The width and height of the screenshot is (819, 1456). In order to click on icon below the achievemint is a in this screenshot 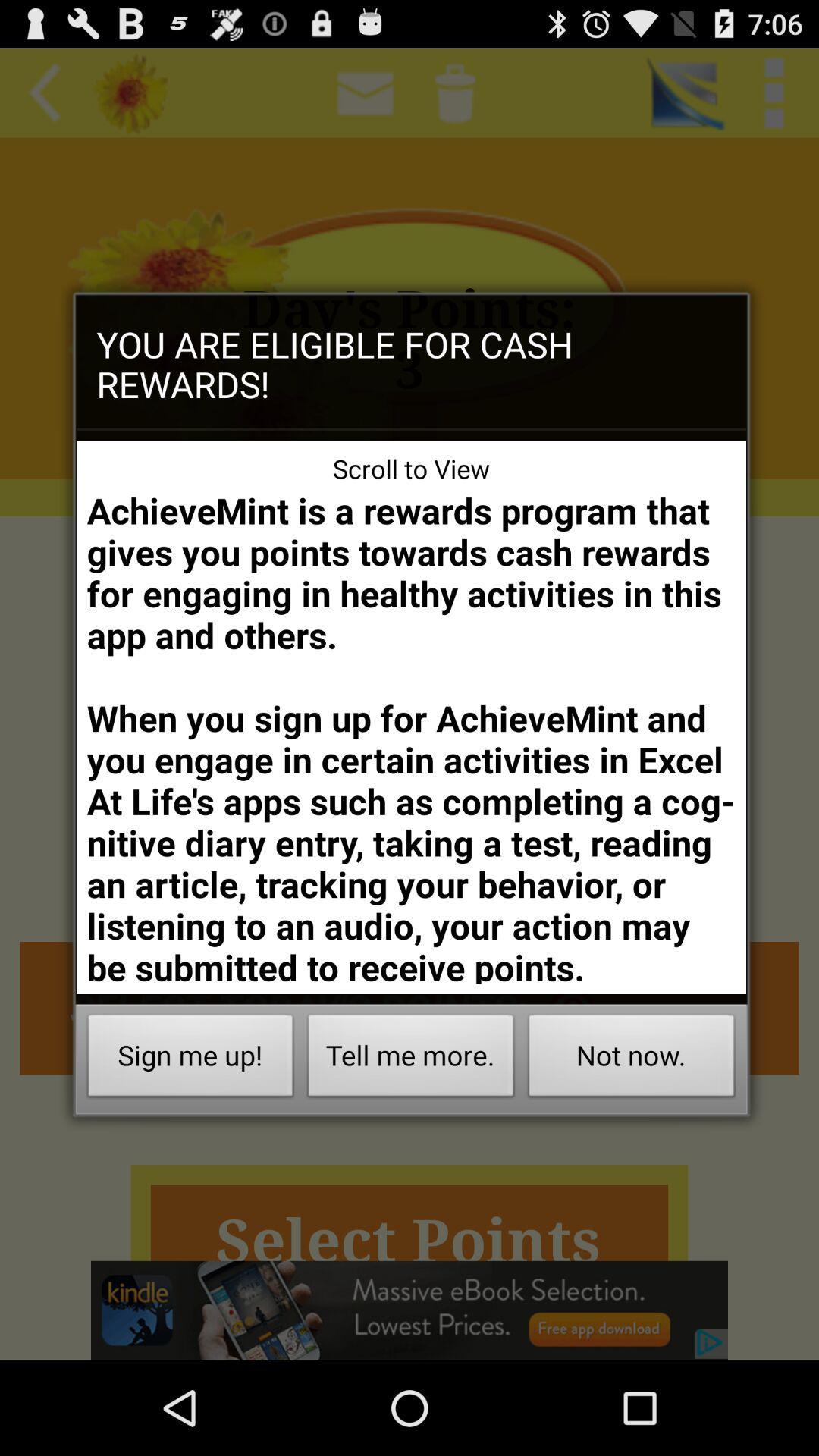, I will do `click(632, 1059)`.